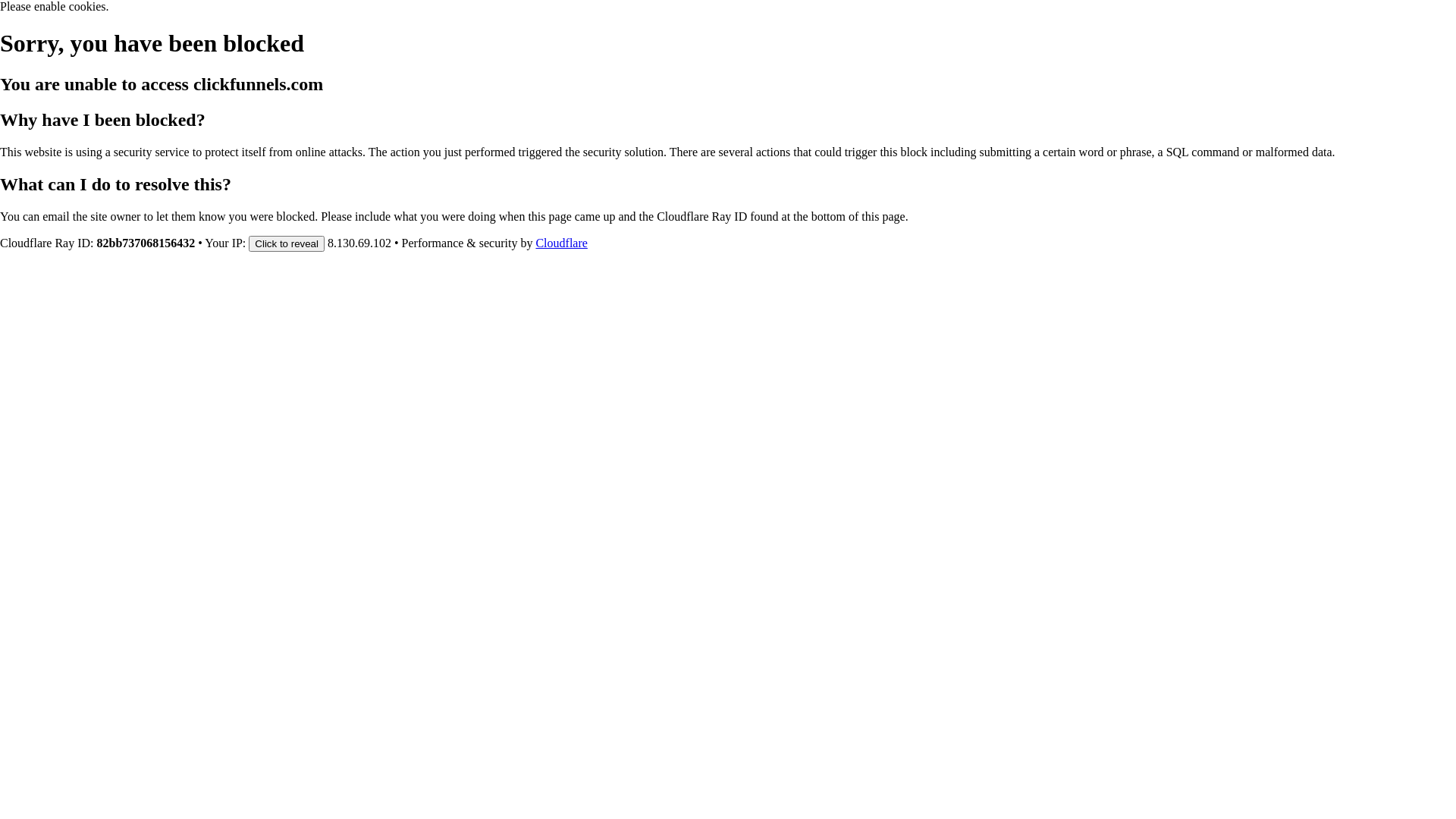 The width and height of the screenshot is (1456, 819). Describe the element at coordinates (535, 242) in the screenshot. I see `'Cloudflare'` at that location.